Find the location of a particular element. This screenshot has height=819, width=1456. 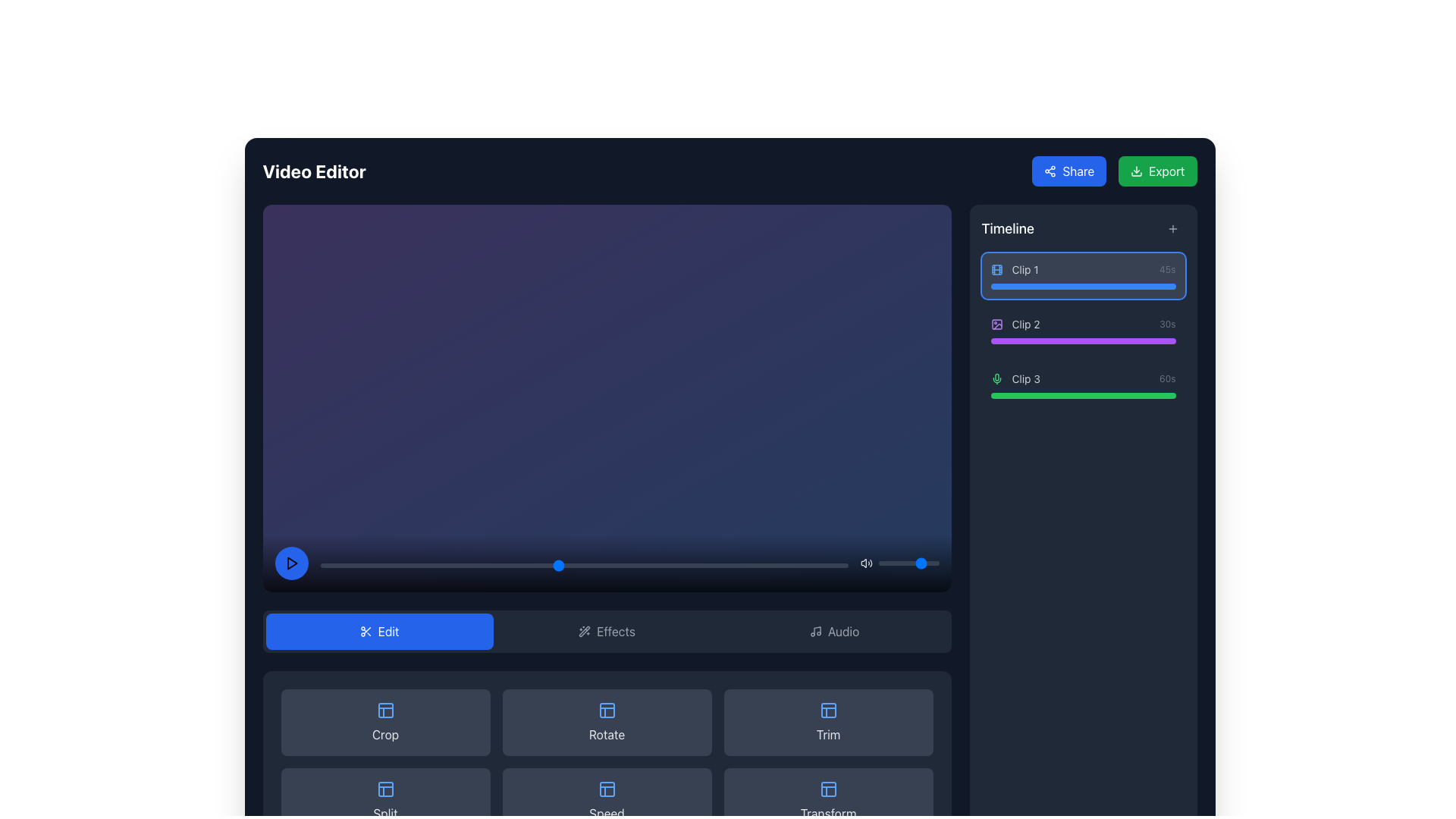

the play icon embedded in the circular play button is located at coordinates (292, 563).